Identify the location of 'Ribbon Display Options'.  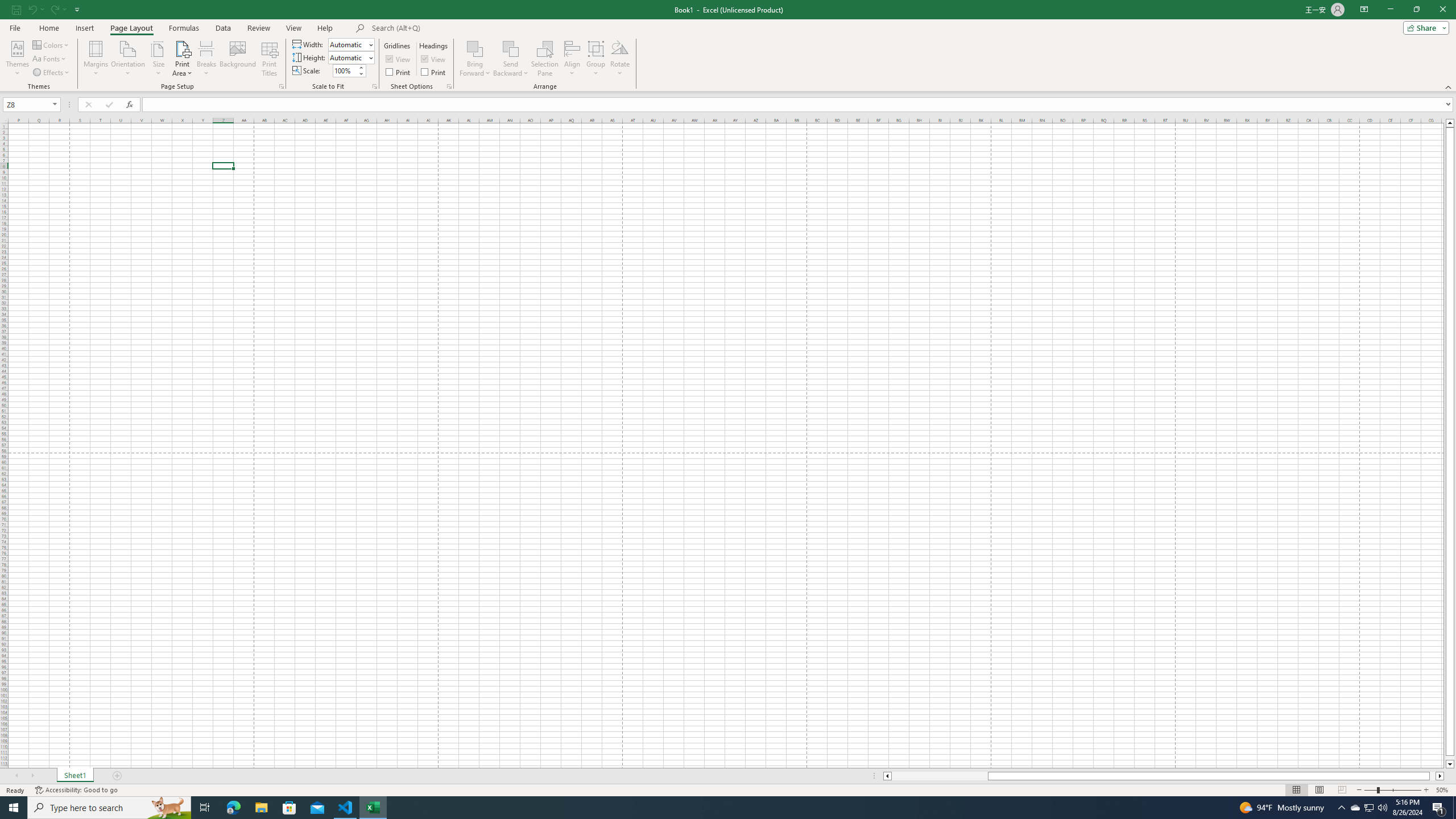
(1363, 9).